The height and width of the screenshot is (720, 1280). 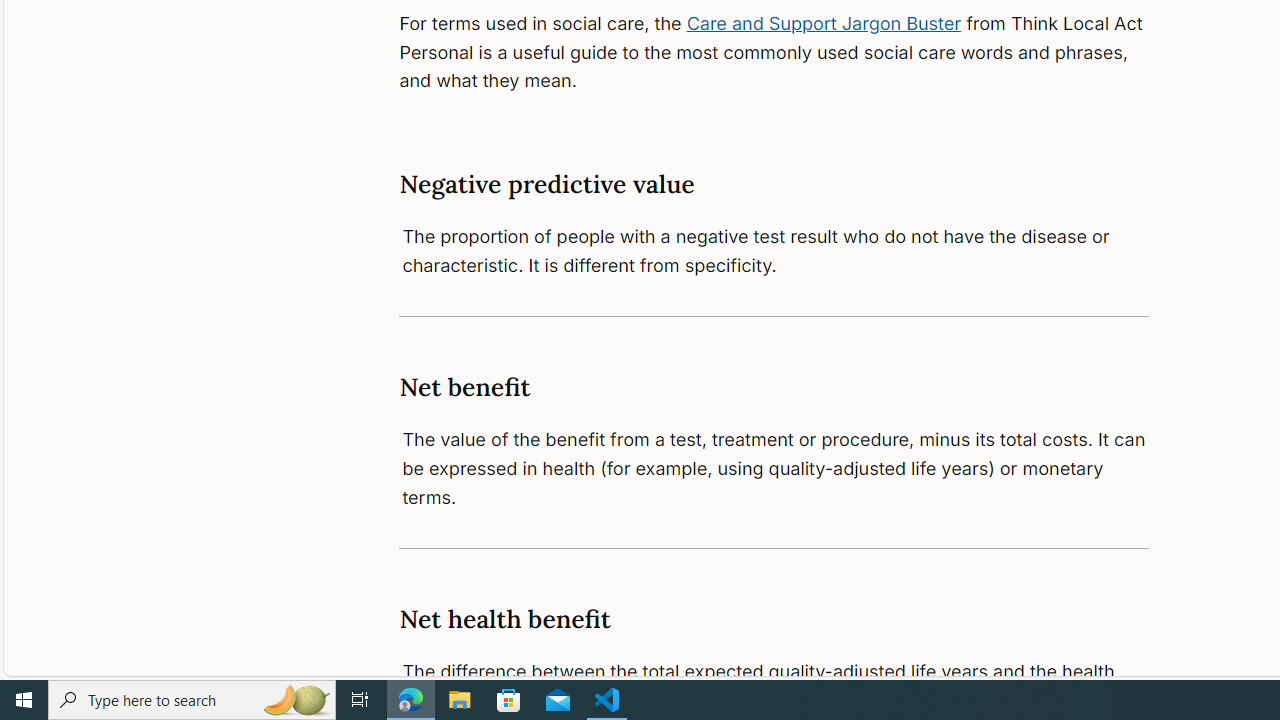 What do you see at coordinates (824, 23) in the screenshot?
I see `'Care and Support Jargon Buster'` at bounding box center [824, 23].